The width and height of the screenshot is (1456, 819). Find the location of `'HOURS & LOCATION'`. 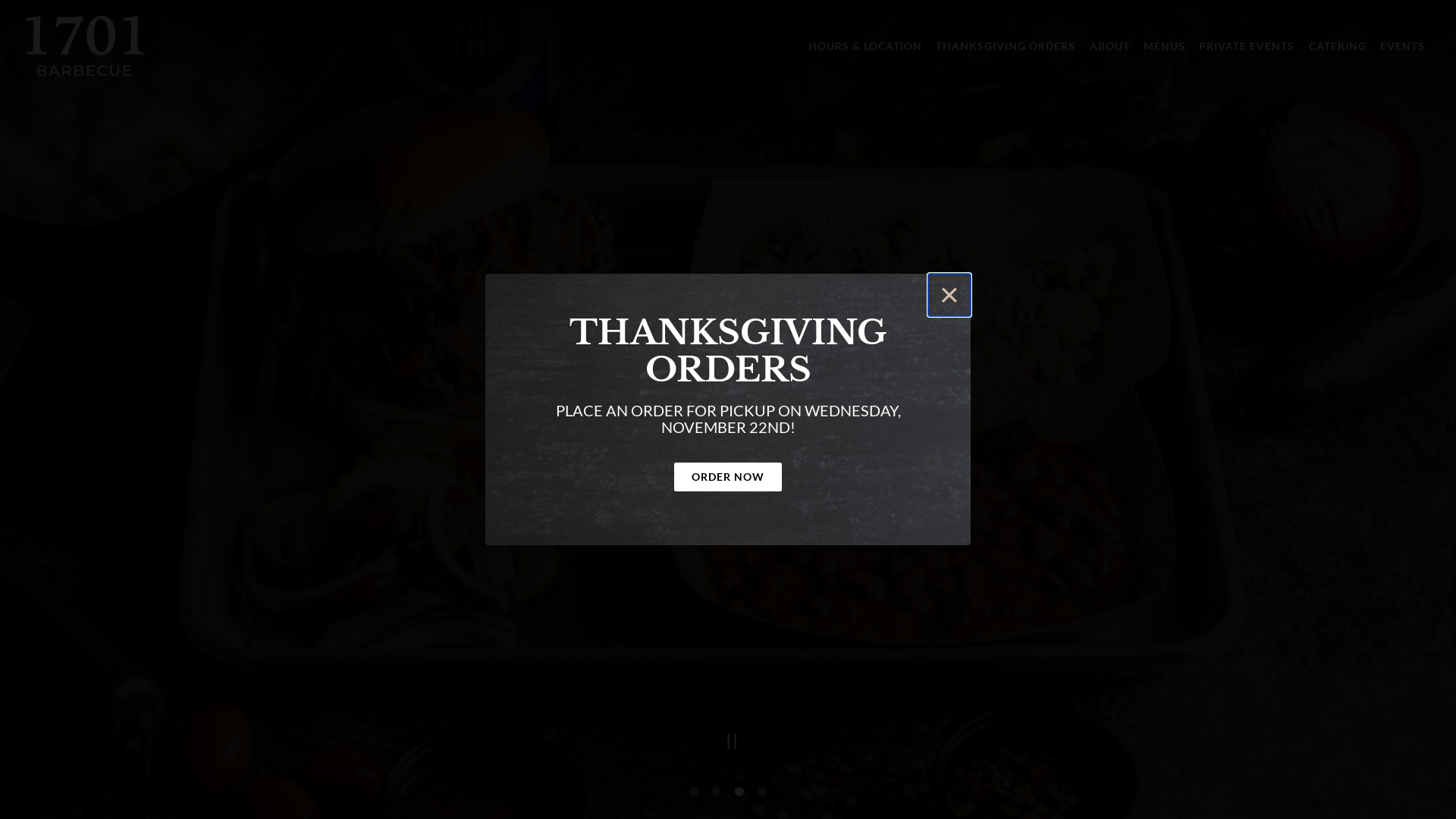

'HOURS & LOCATION' is located at coordinates (802, 45).